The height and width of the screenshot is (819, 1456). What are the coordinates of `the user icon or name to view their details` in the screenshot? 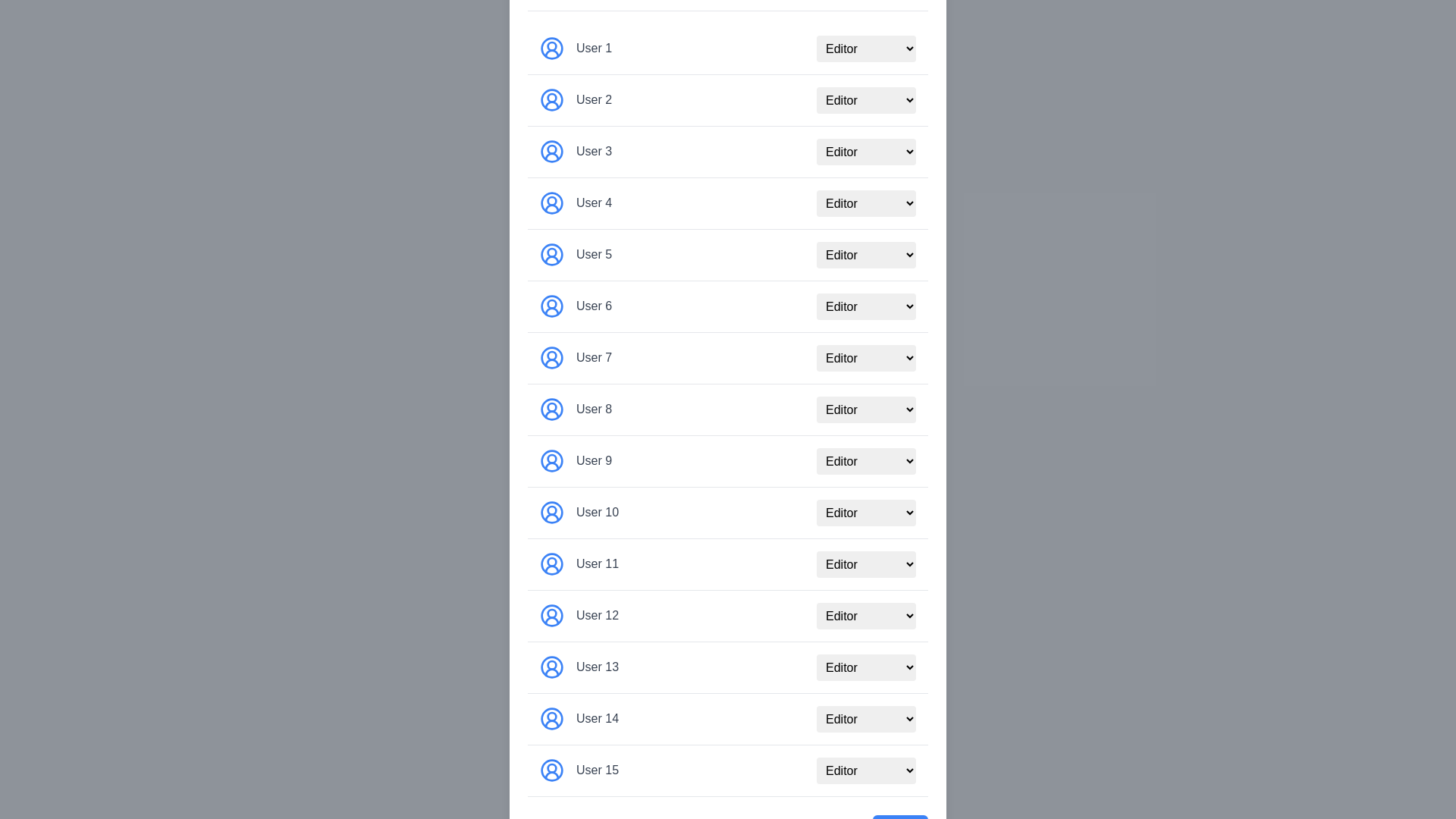 It's located at (551, 48).